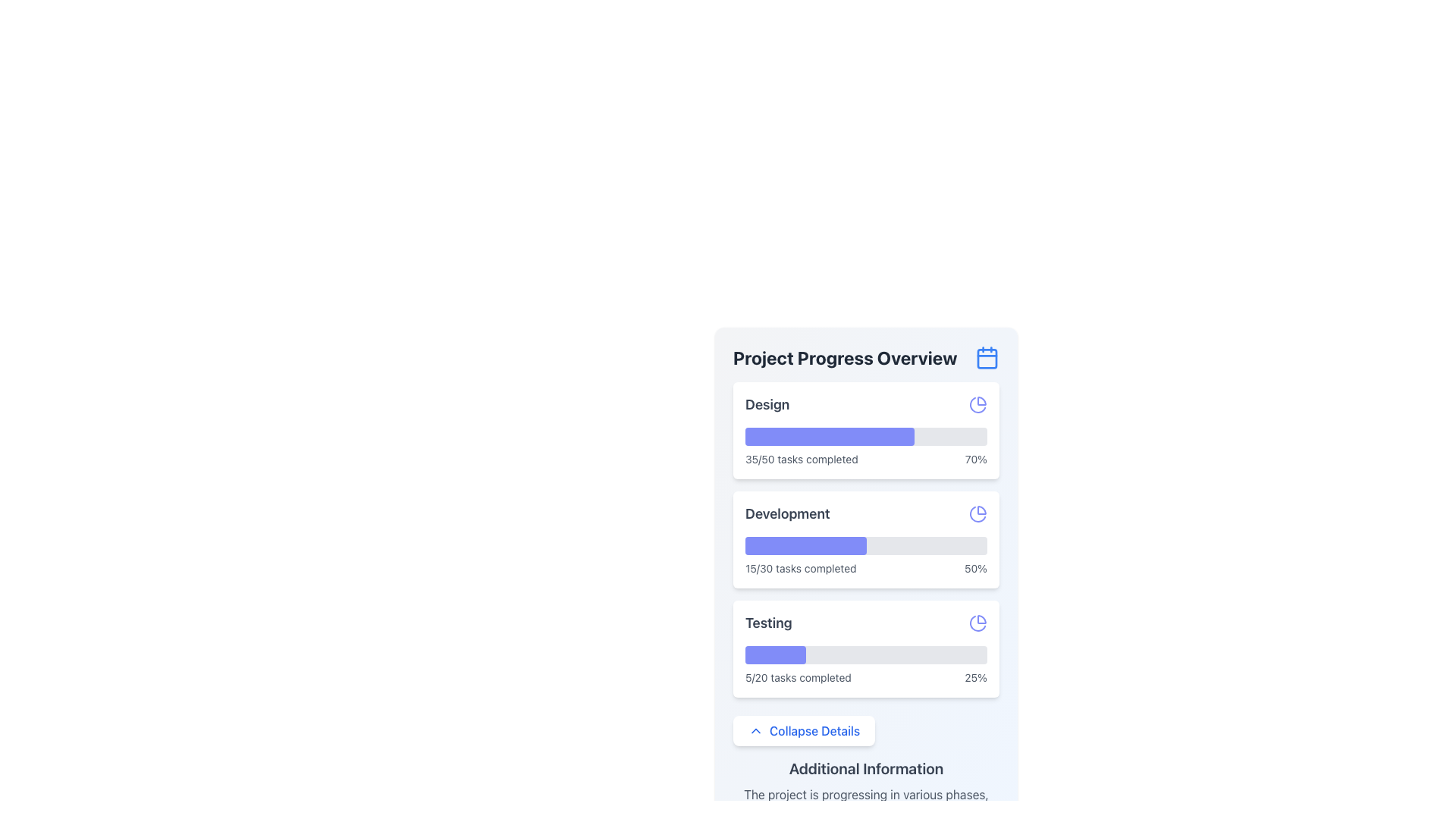 This screenshot has width=1456, height=819. I want to click on the second segment of the pie chart icon representing progress in the 'Design' category, located at the top right of the 'Design' card, so click(977, 404).